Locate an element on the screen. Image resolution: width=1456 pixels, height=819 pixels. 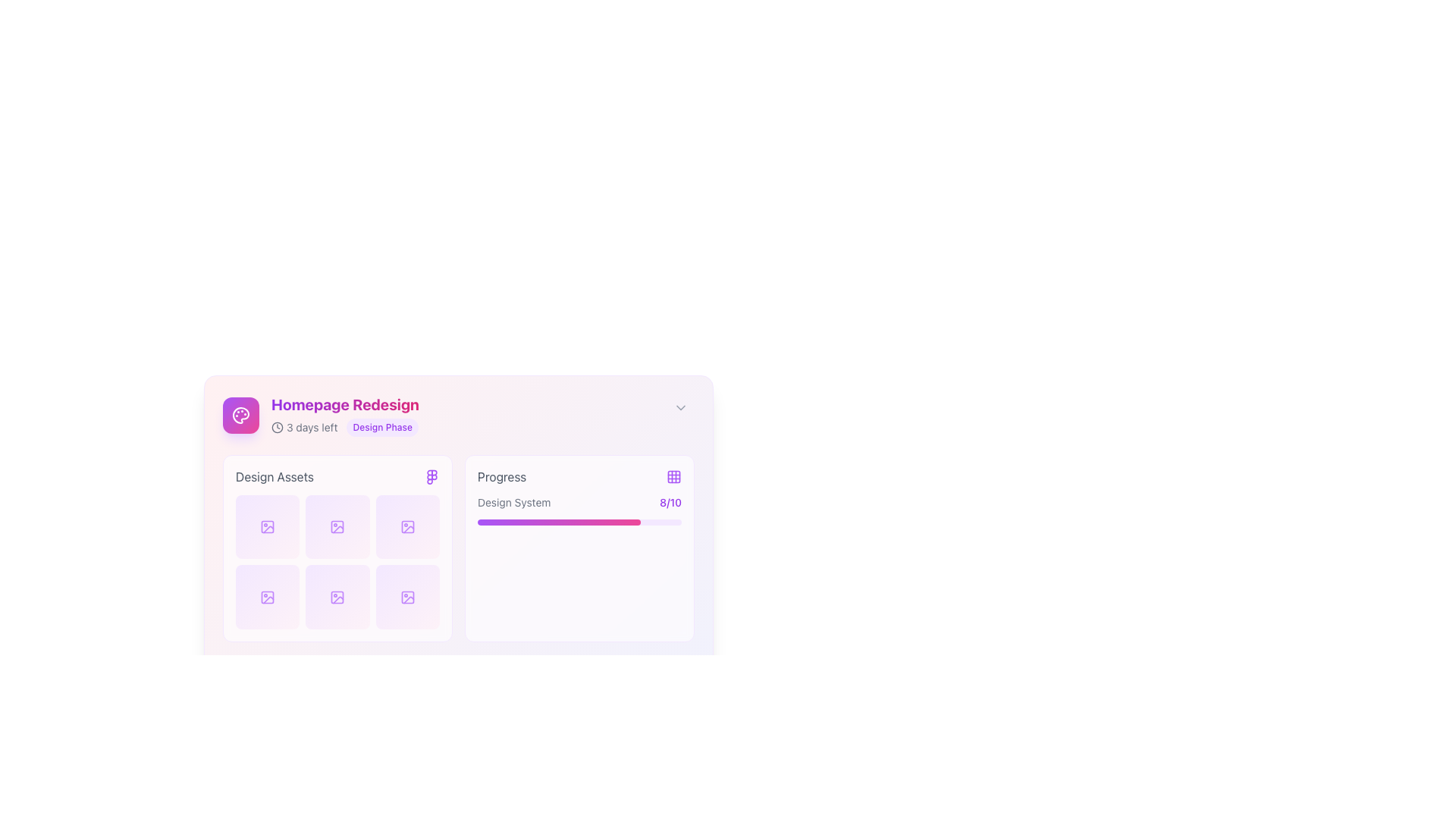
the icon embedded in the tile located in the bottom middle position of the 'Design Assets' section is located at coordinates (337, 596).